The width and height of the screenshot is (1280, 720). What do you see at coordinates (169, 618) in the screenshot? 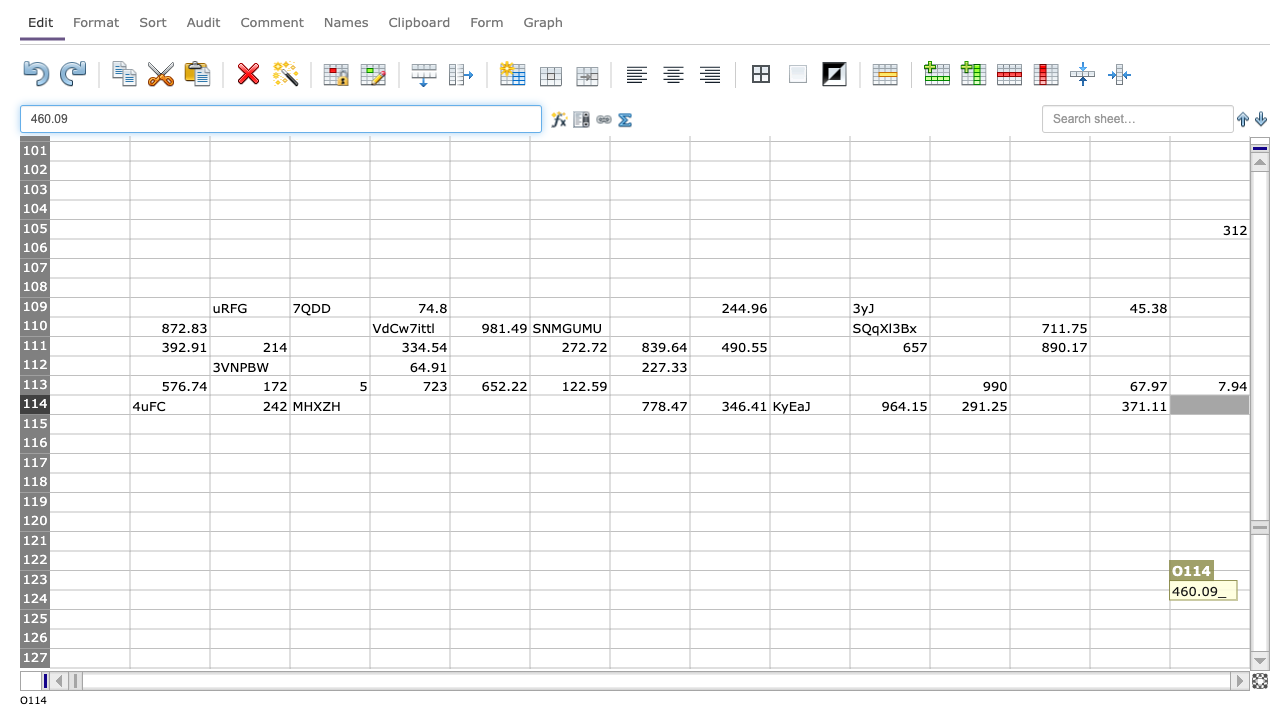
I see `column B row 125` at bounding box center [169, 618].